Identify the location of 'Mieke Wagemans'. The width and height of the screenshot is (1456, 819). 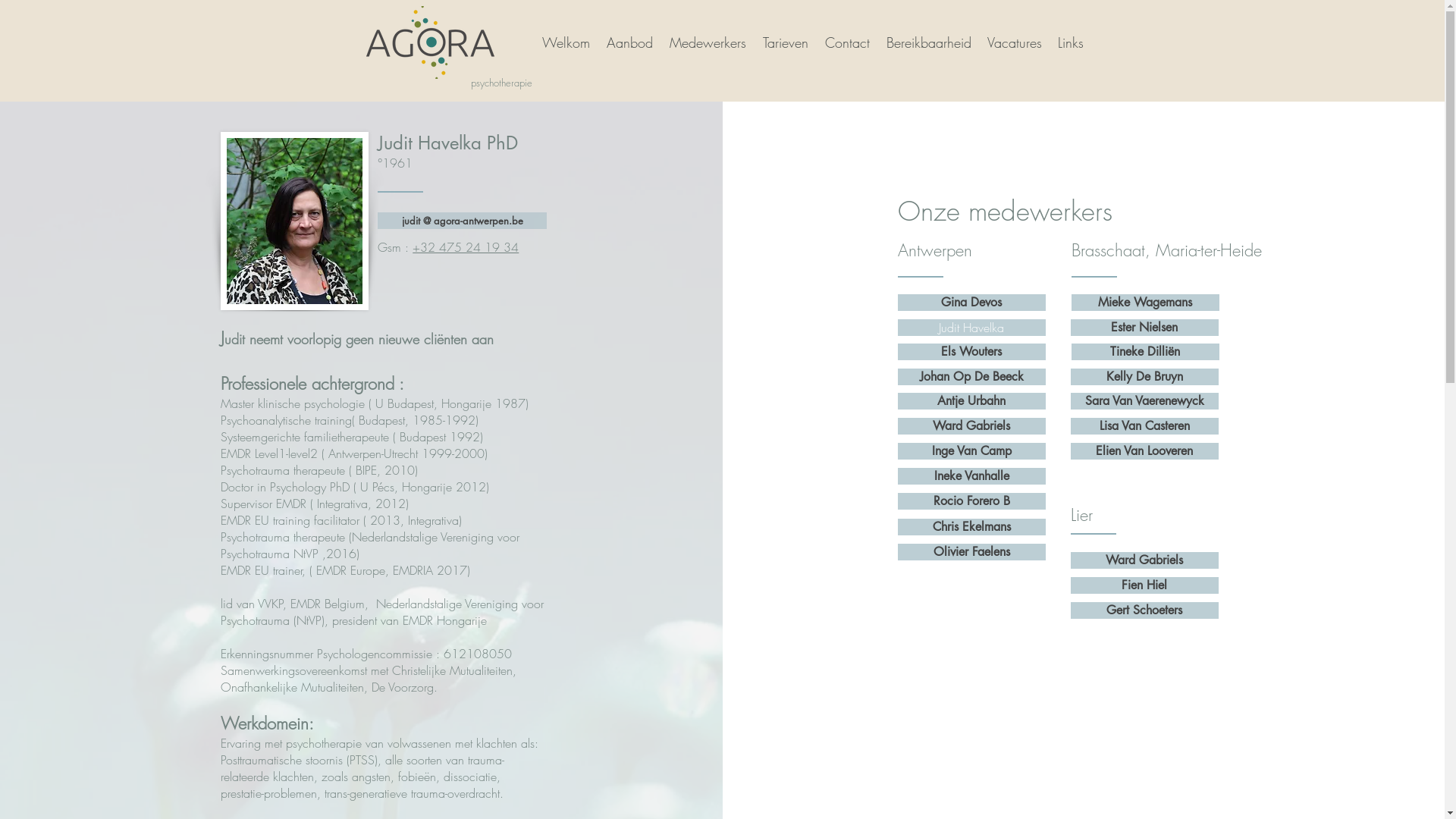
(1070, 302).